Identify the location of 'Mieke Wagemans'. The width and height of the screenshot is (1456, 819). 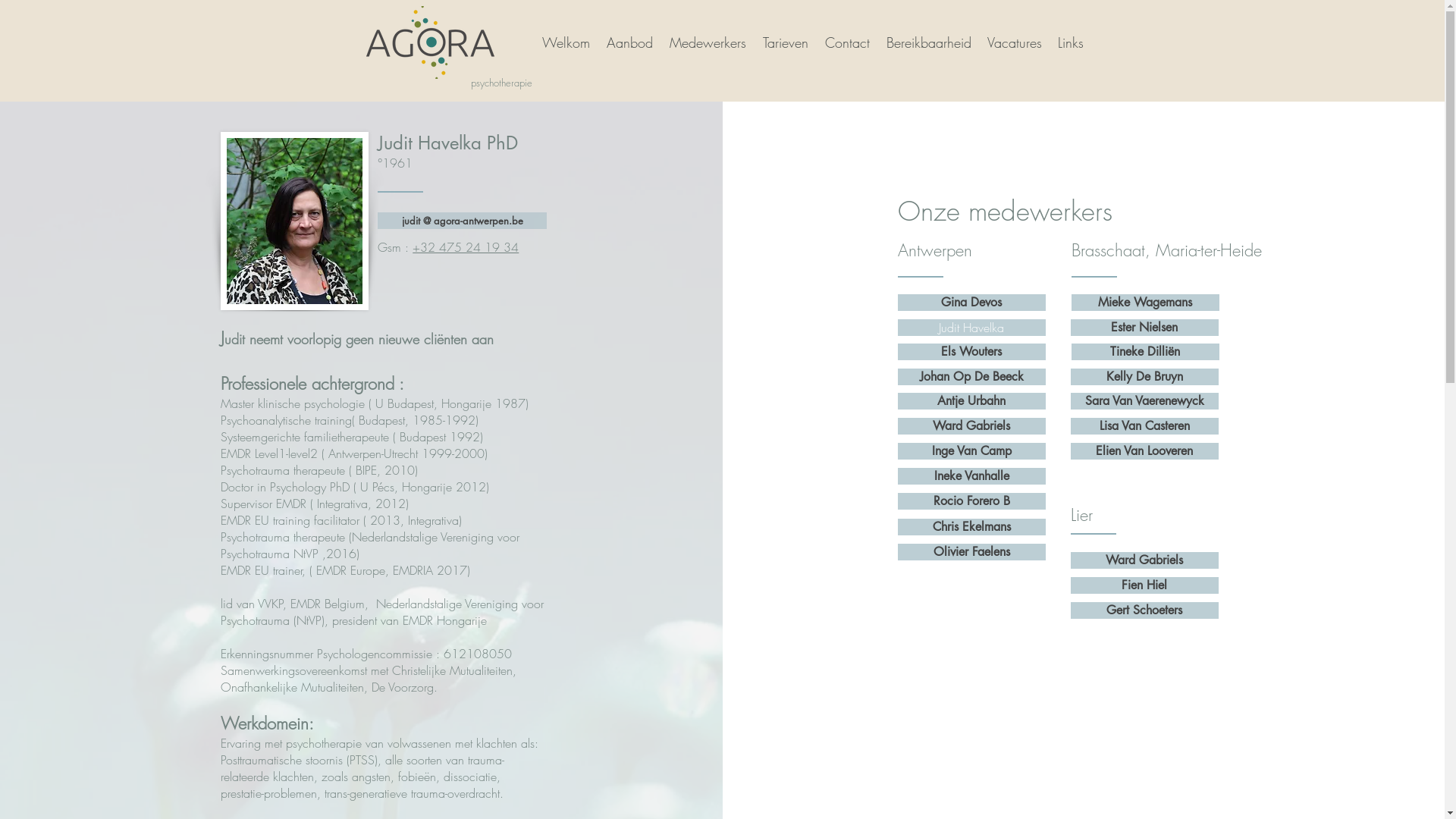
(1070, 302).